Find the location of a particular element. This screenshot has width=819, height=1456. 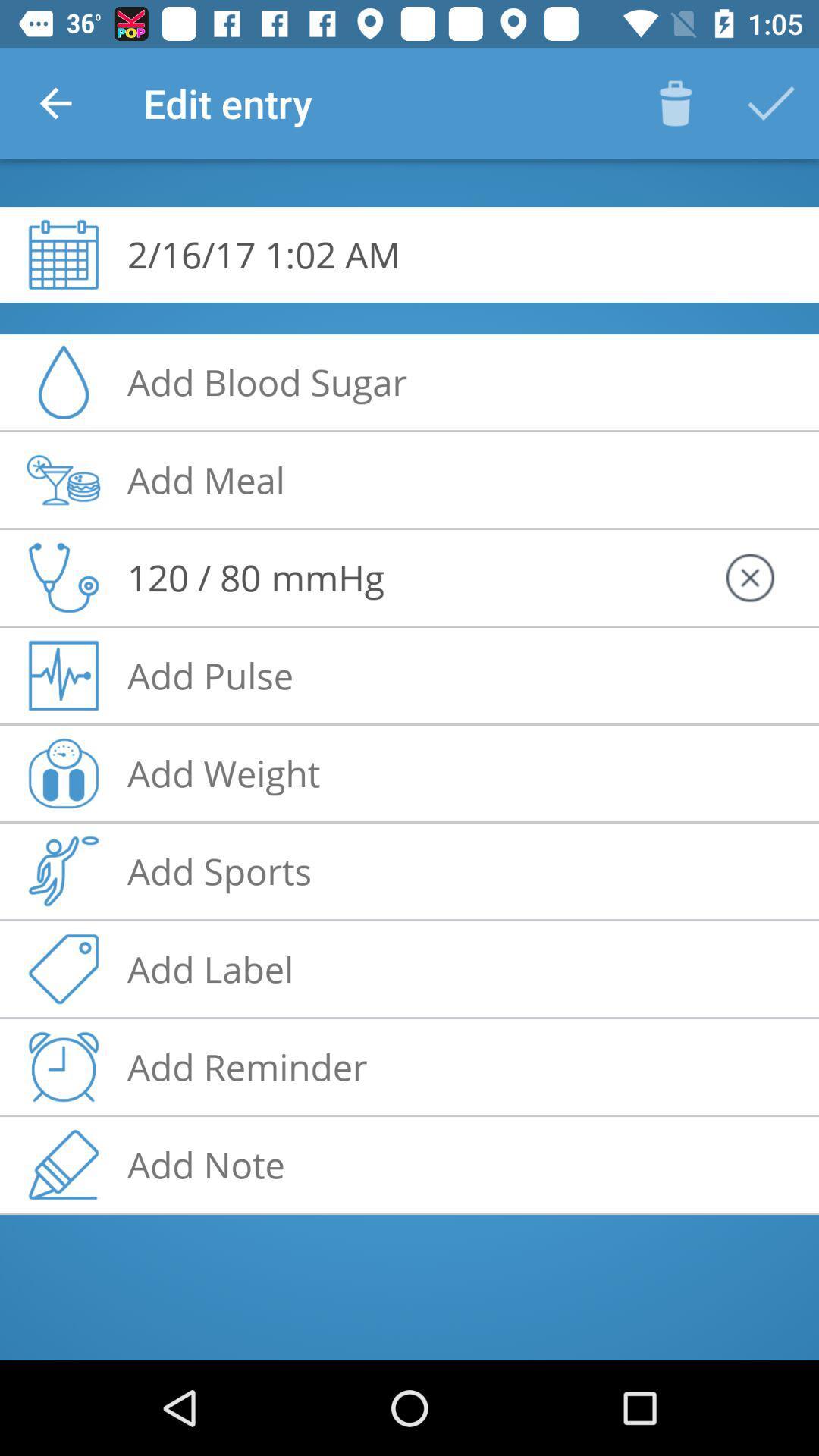

icon to the left of mmhg is located at coordinates (193, 576).